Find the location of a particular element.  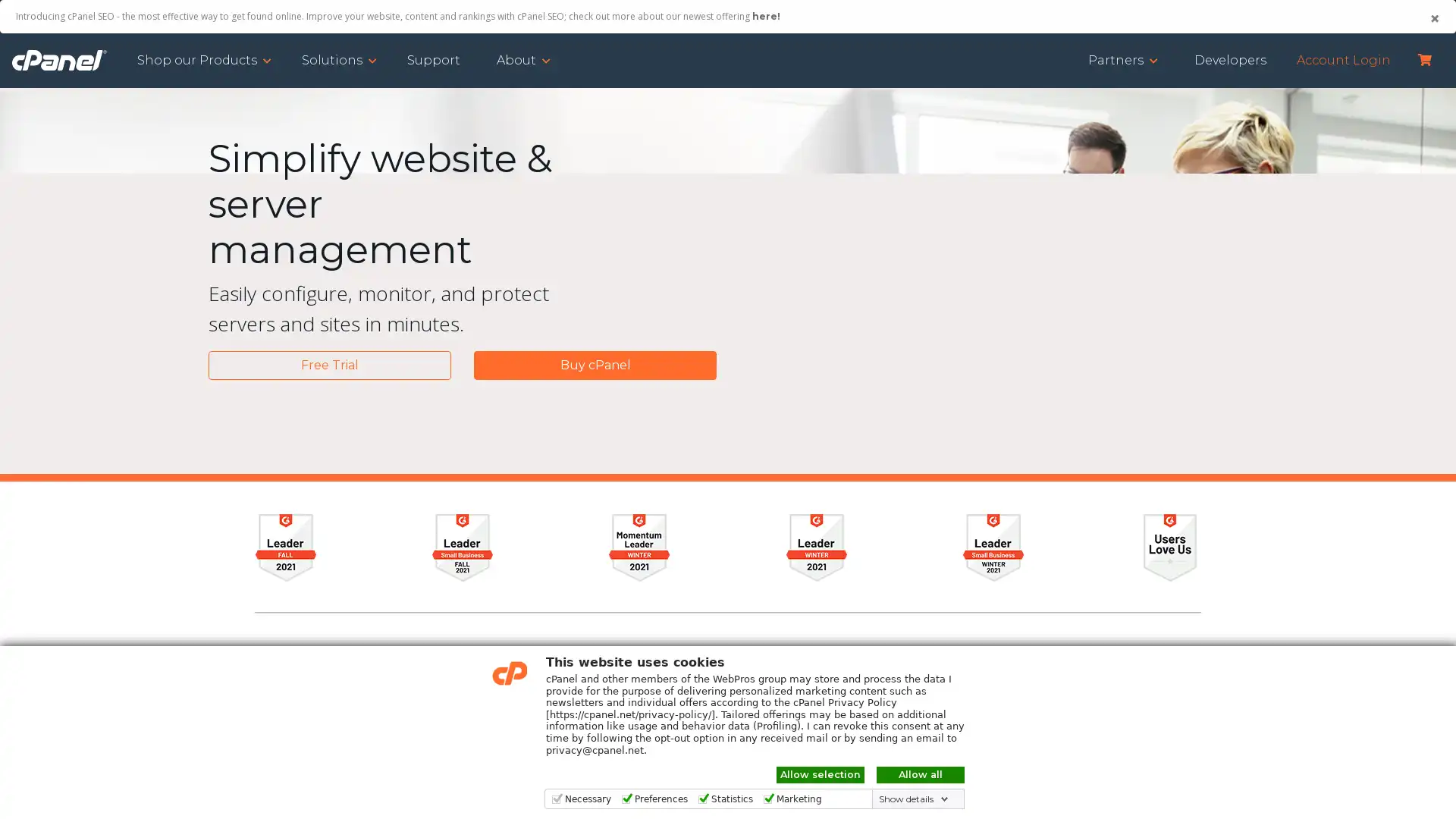

Close is located at coordinates (1433, 18).